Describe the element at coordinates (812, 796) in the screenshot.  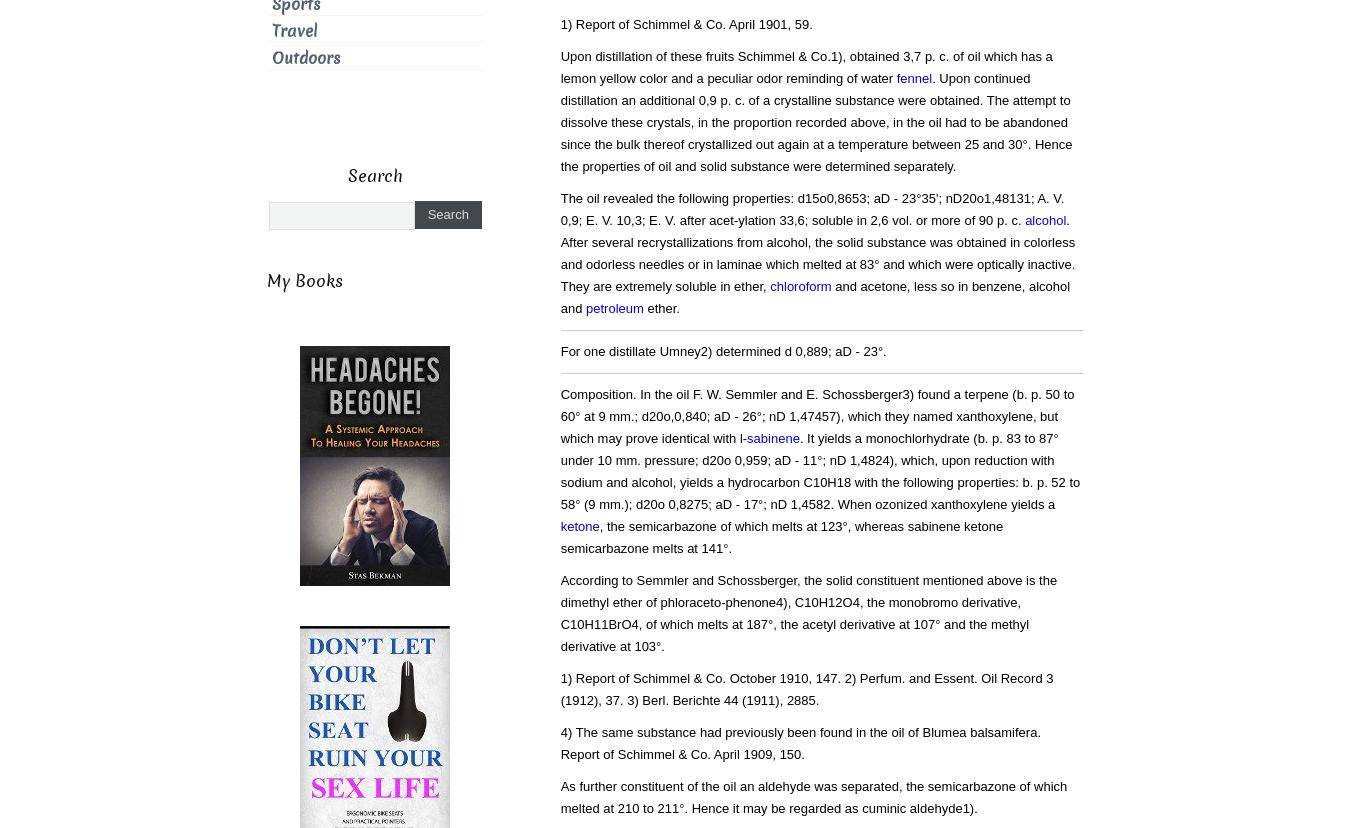
I see `'As further constituent of the oil an aldehyde was separated, the semicarbazone of which melted at 210 to 211°. Hence it may be regarded as cuminic aldehyde1).'` at that location.